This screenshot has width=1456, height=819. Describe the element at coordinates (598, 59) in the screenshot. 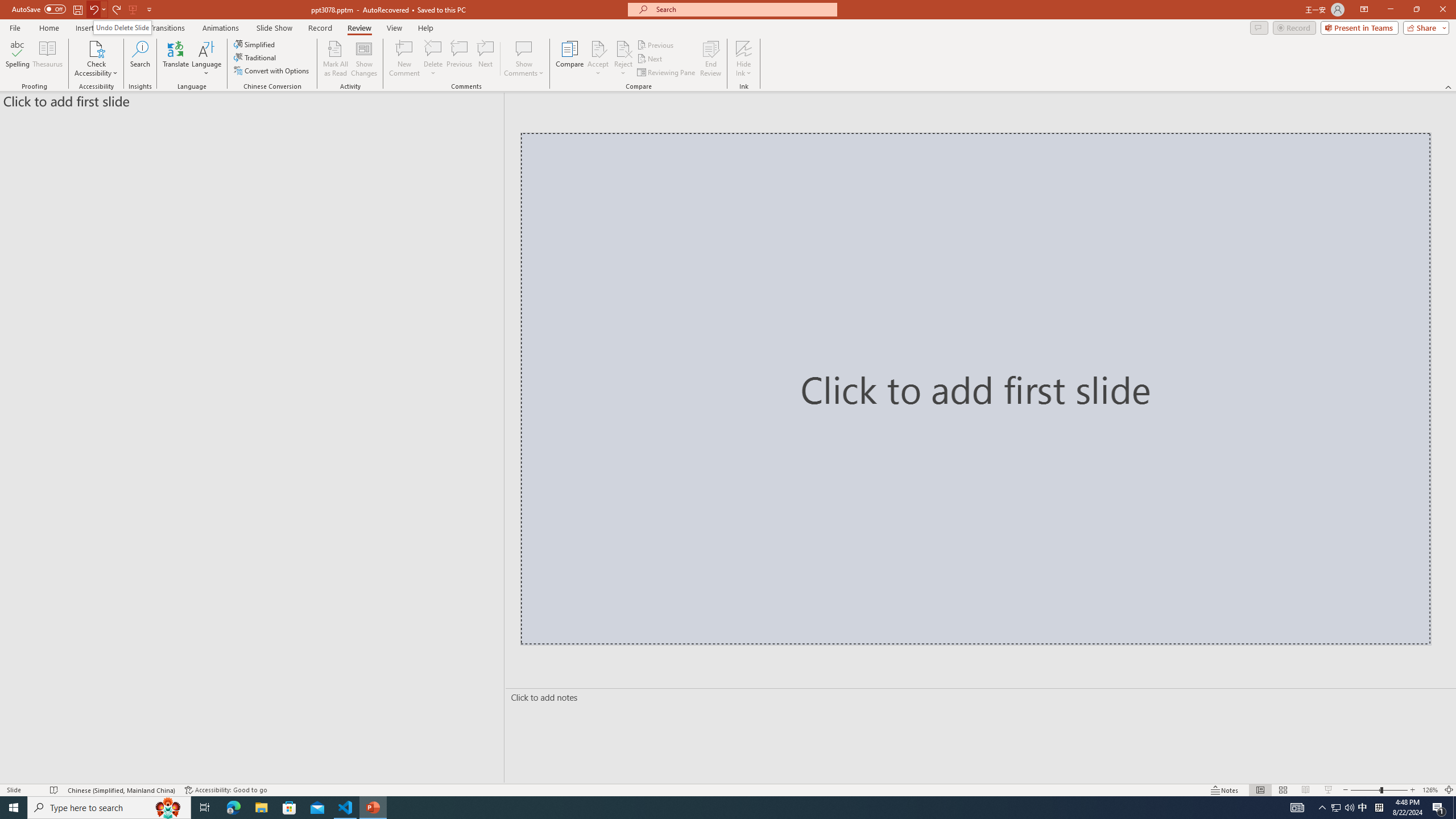

I see `'Accept'` at that location.